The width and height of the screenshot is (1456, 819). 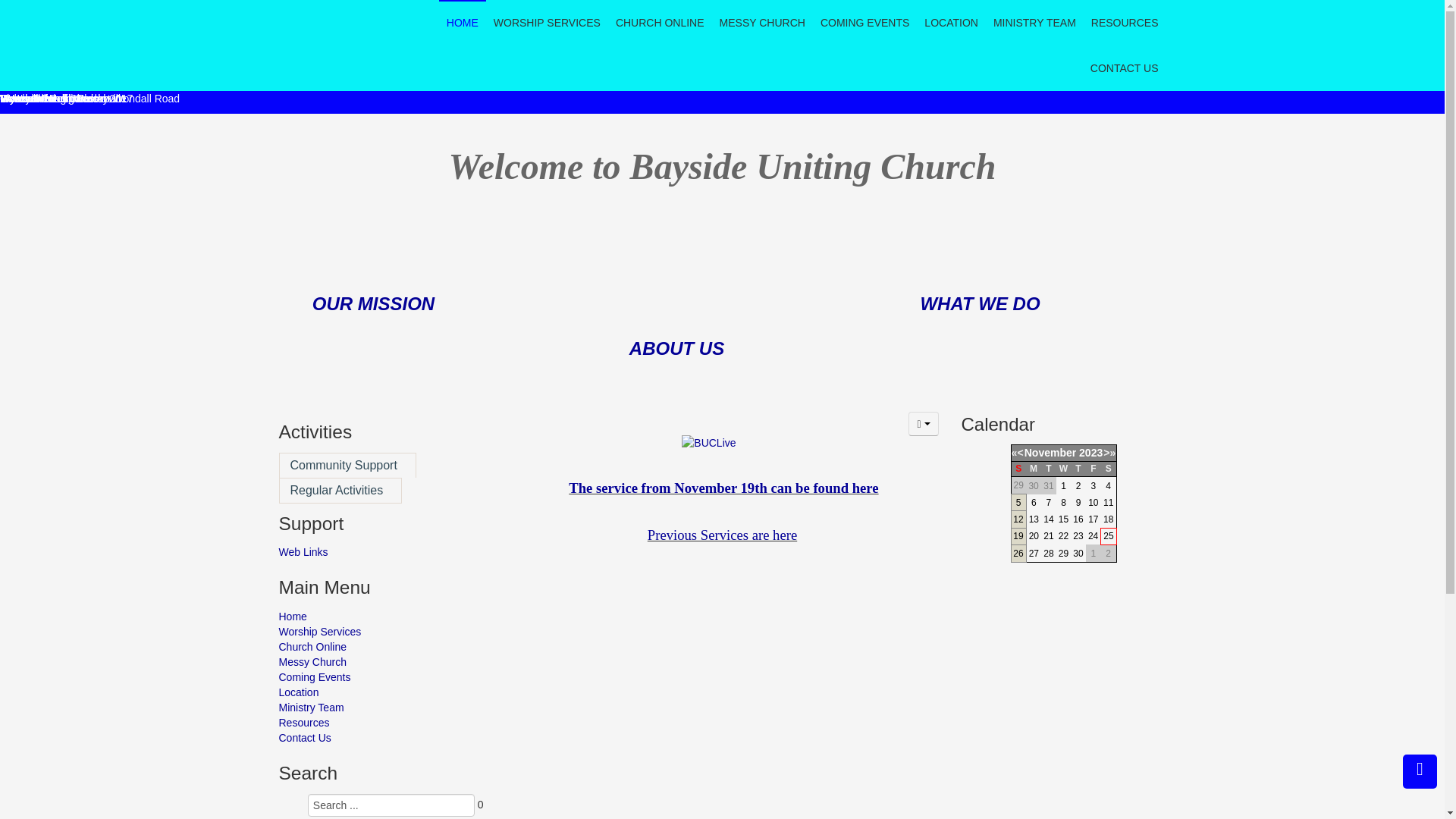 I want to click on '19', so click(x=1018, y=535).